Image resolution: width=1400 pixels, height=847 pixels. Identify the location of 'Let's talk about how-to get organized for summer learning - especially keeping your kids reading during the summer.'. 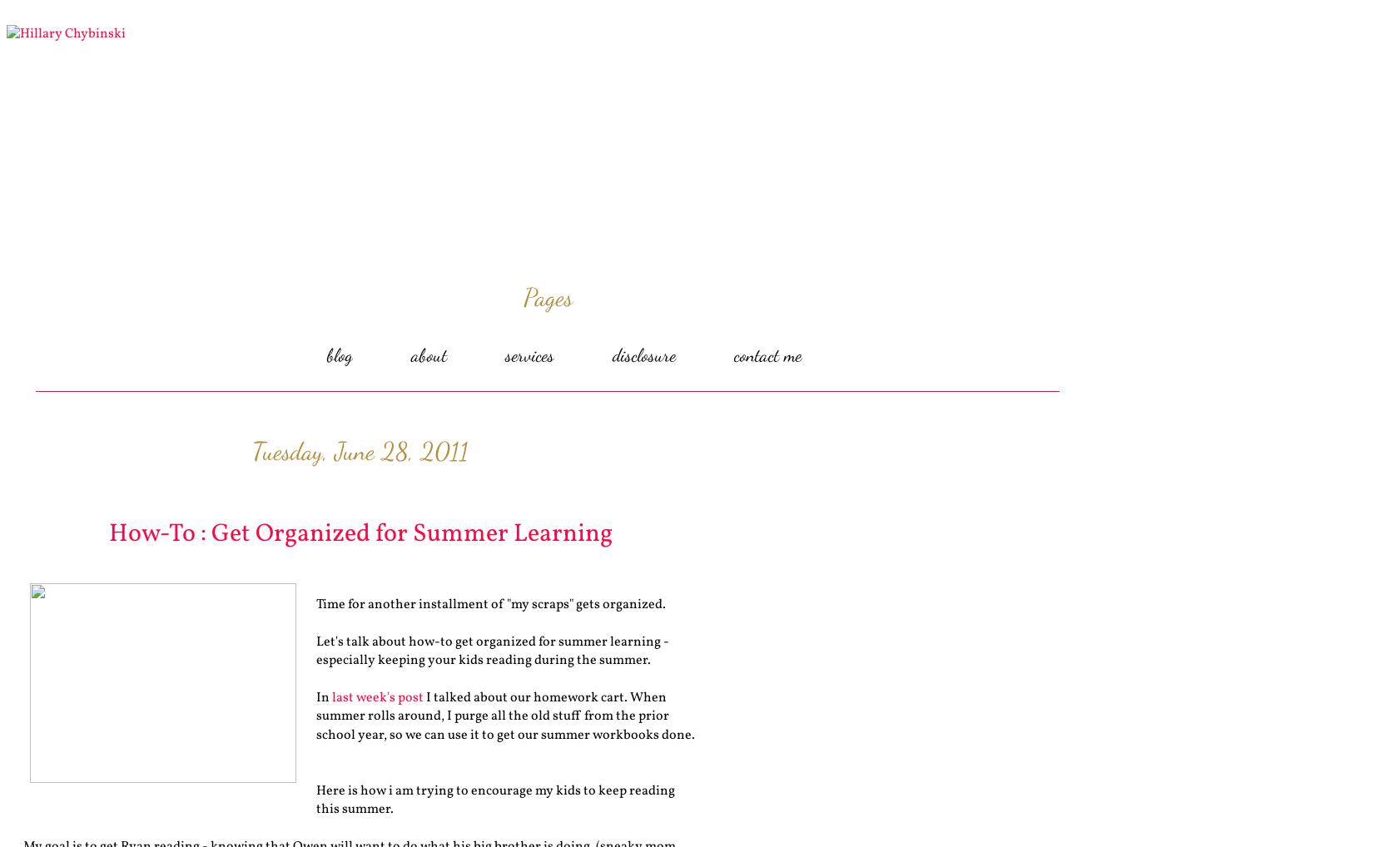
(315, 651).